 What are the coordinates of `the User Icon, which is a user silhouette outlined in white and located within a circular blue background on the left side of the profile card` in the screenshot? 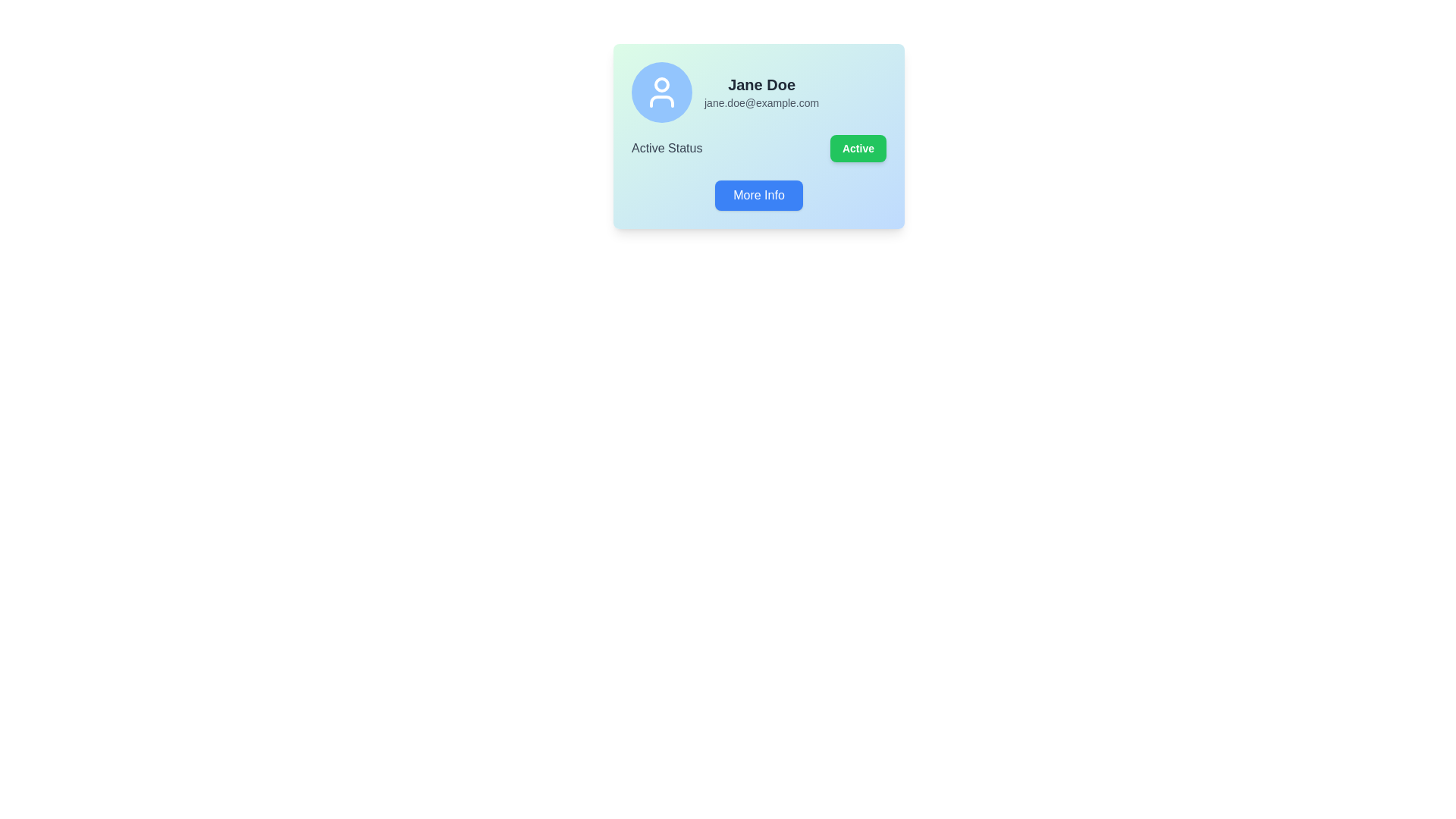 It's located at (662, 93).